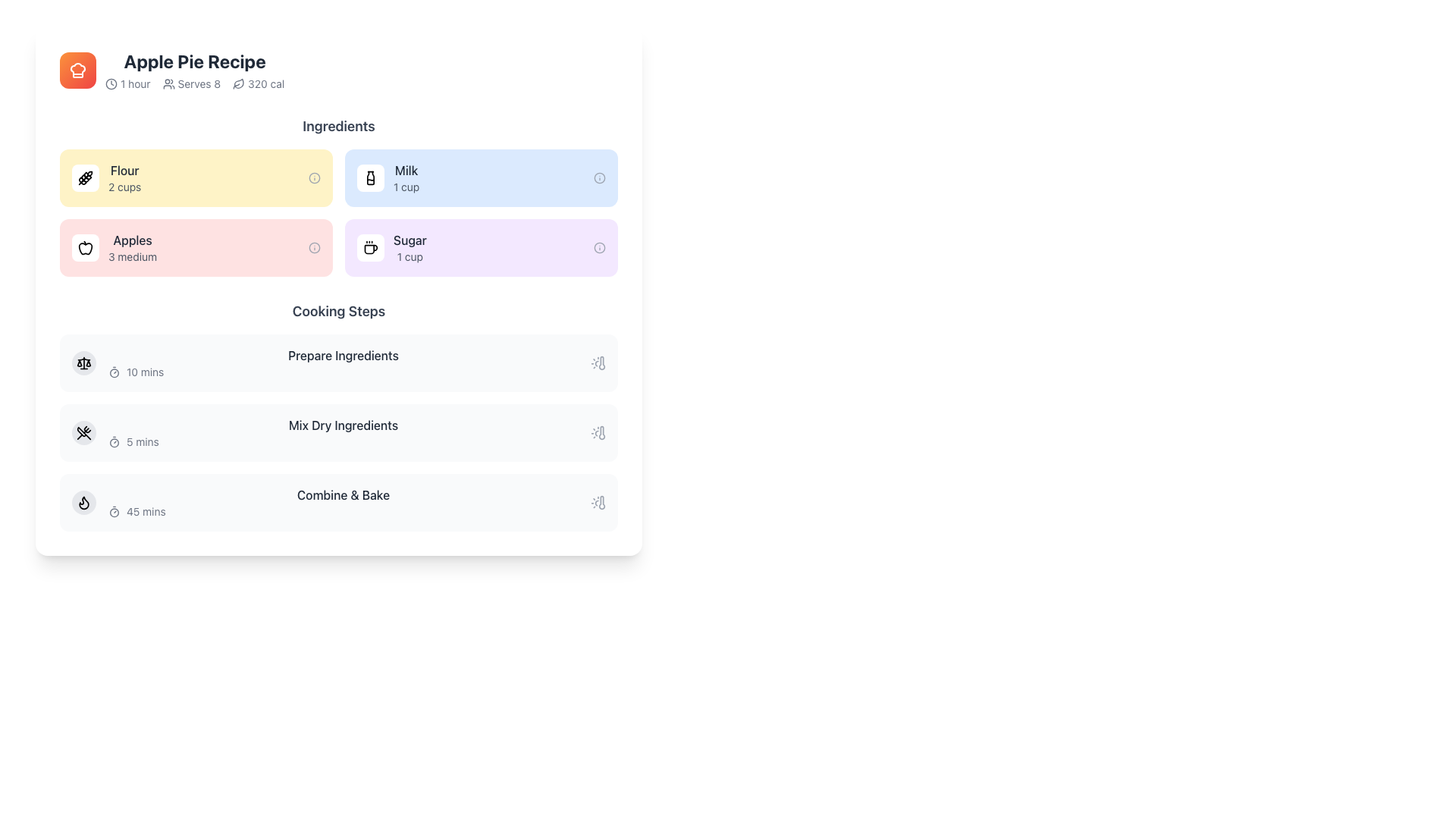 The image size is (1456, 819). Describe the element at coordinates (133, 247) in the screenshot. I see `the informational Text Label with Icon indicating 'Apples' and quantity '3 medium' in the Ingredients section for potential interaction` at that location.